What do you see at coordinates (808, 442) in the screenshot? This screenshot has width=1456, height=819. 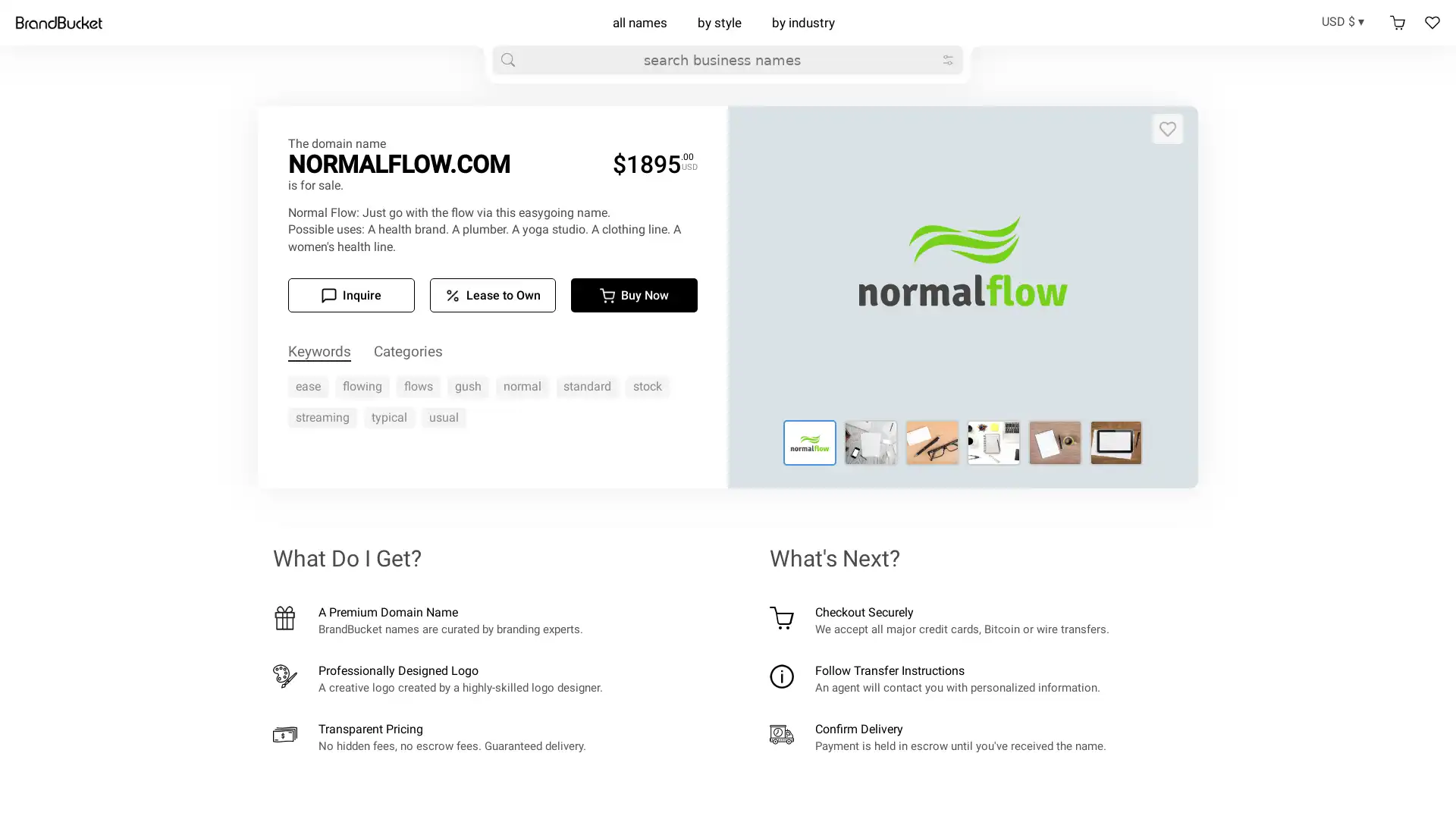 I see `Logo for normalflow.com` at bounding box center [808, 442].